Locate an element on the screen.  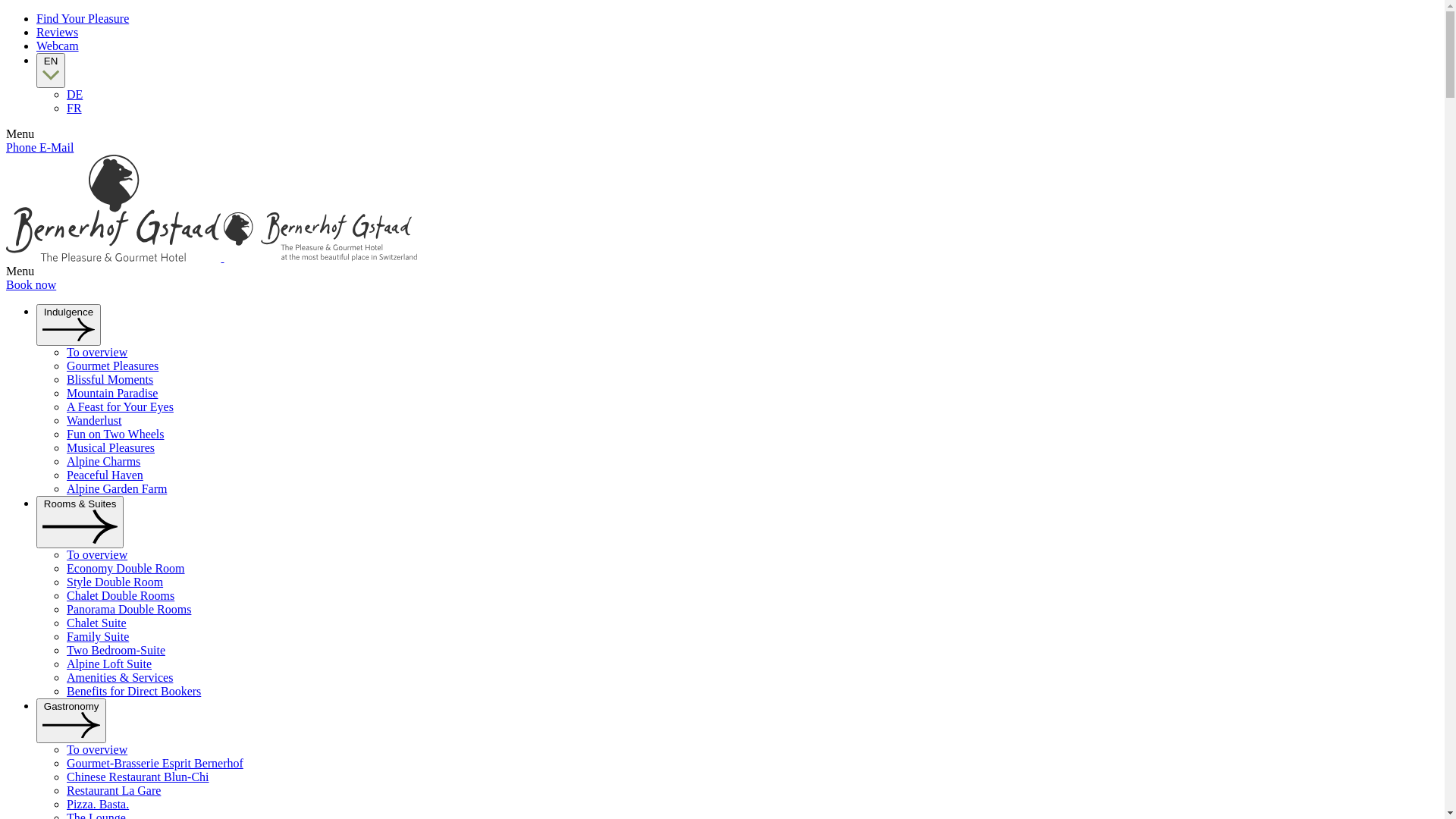
'Chinese Restaurant Blun-Chi' is located at coordinates (138, 777).